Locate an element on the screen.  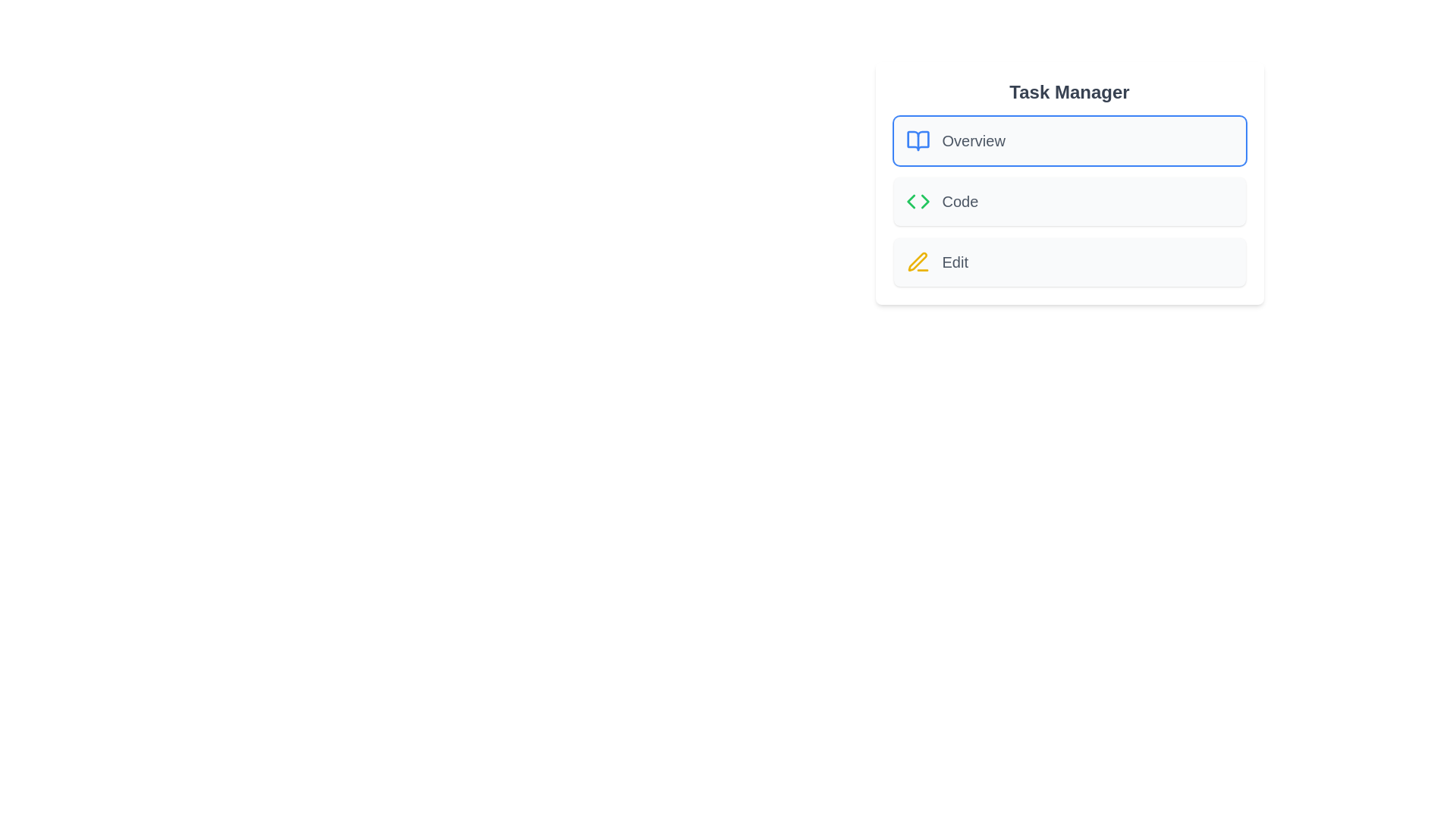
'Code' icon located at the top-left section of the rectangular card labeled 'Code' for context is located at coordinates (917, 201).